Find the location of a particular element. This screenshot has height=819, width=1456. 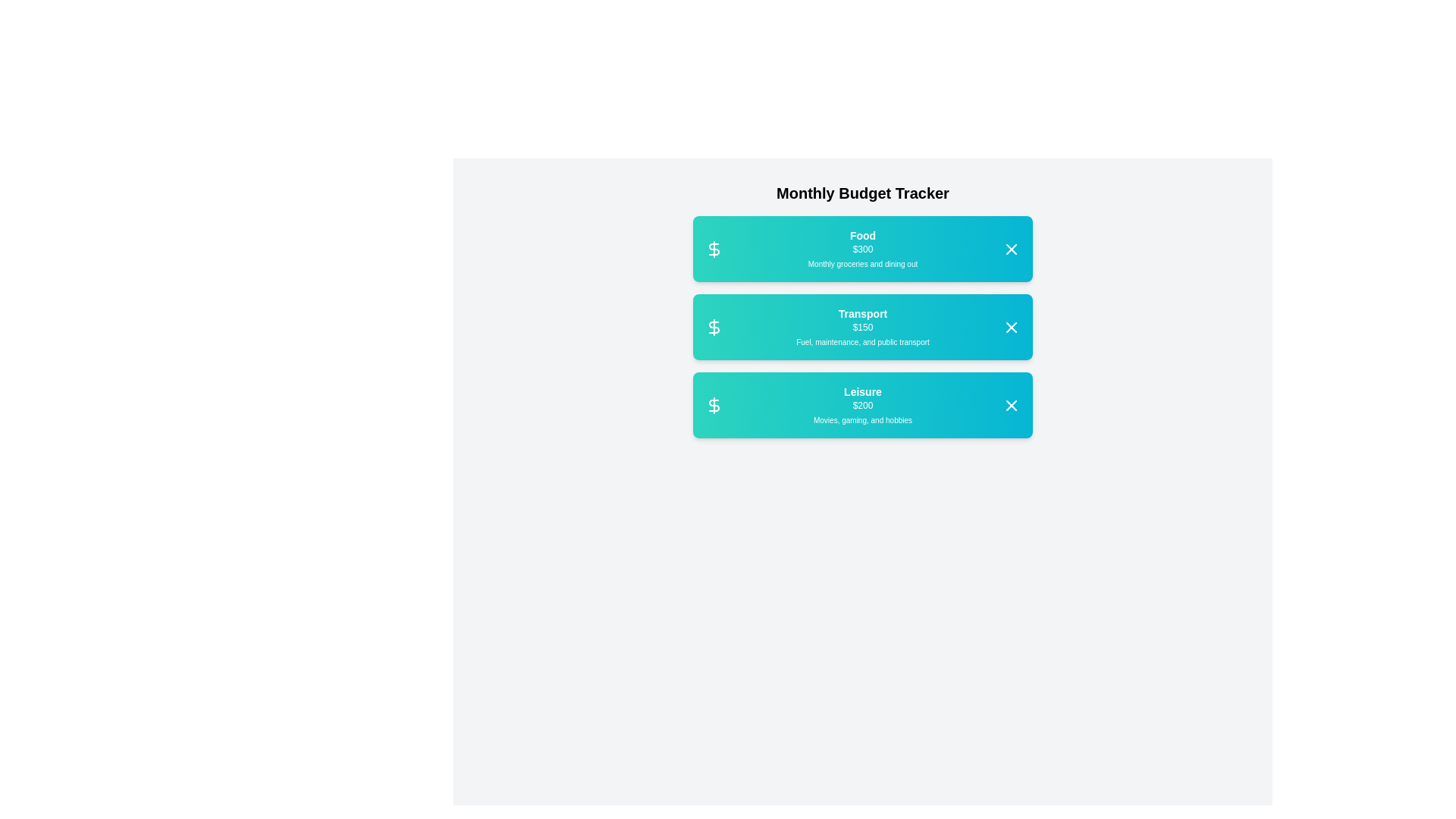

the dollar sign icon to highlight it for the category Transport is located at coordinates (713, 326).